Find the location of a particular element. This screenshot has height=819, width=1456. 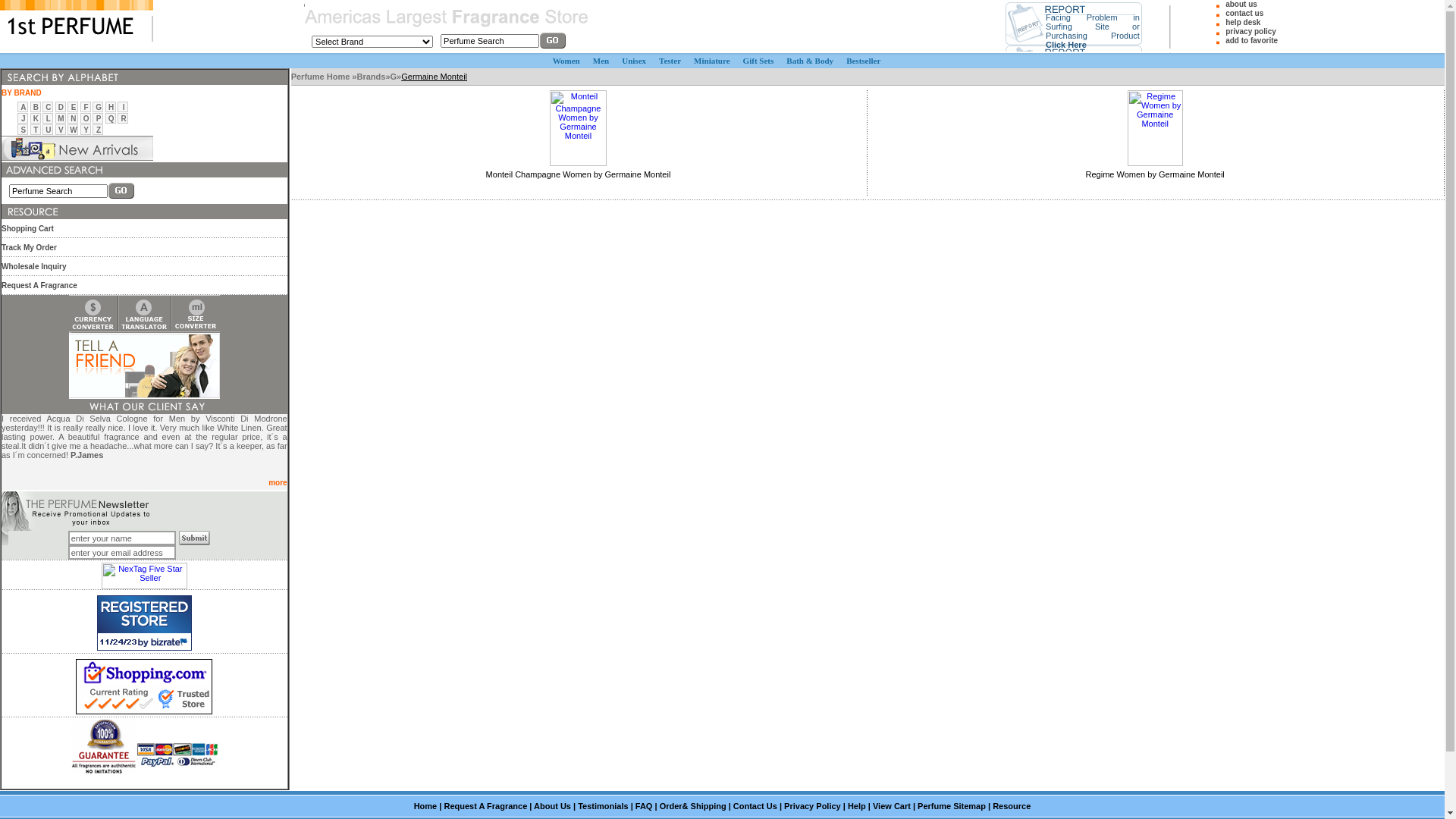

'help desk' is located at coordinates (1242, 22).